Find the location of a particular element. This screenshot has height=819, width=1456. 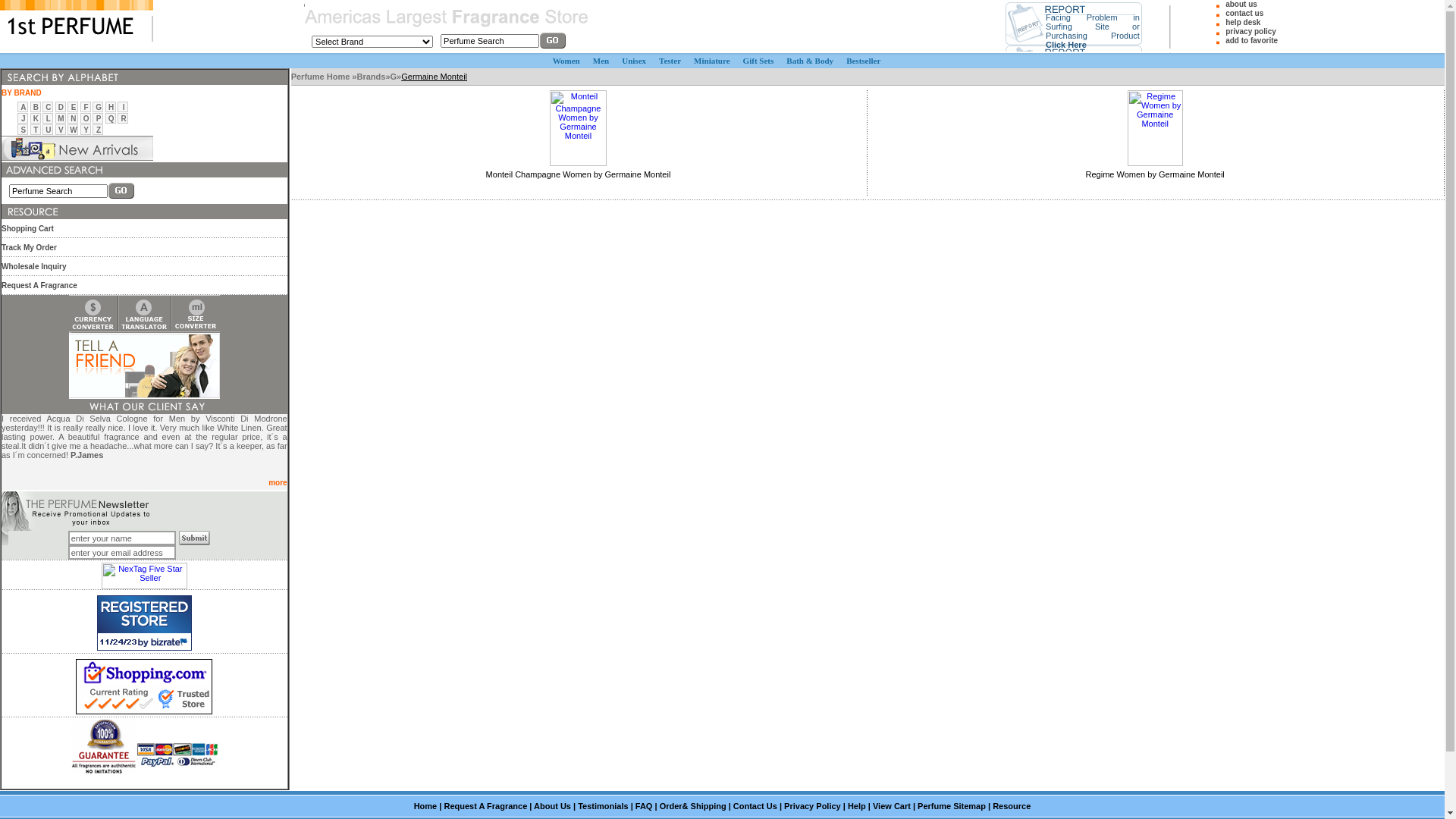

'help desk' is located at coordinates (1242, 22).